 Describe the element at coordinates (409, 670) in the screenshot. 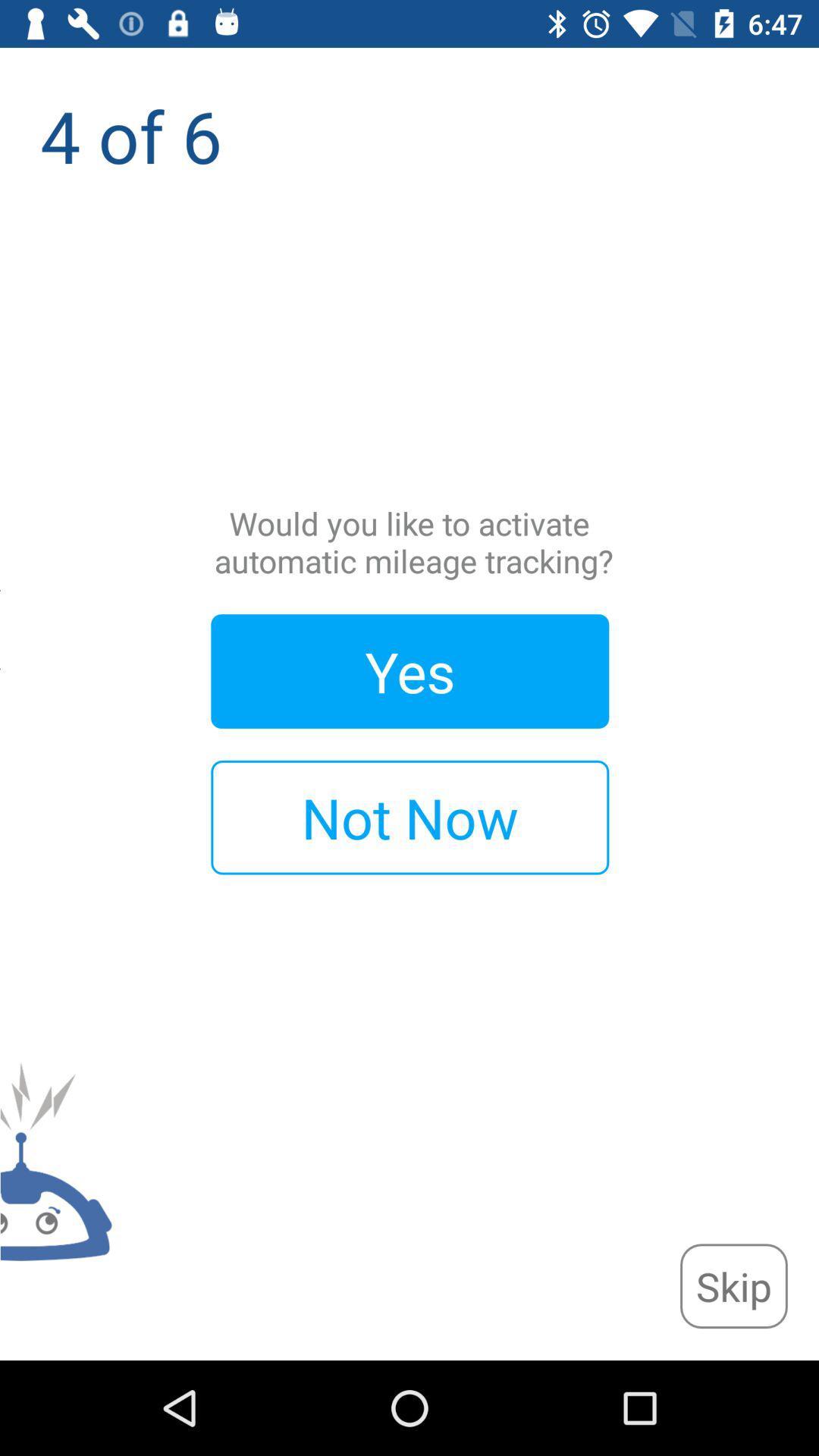

I see `yes icon` at that location.